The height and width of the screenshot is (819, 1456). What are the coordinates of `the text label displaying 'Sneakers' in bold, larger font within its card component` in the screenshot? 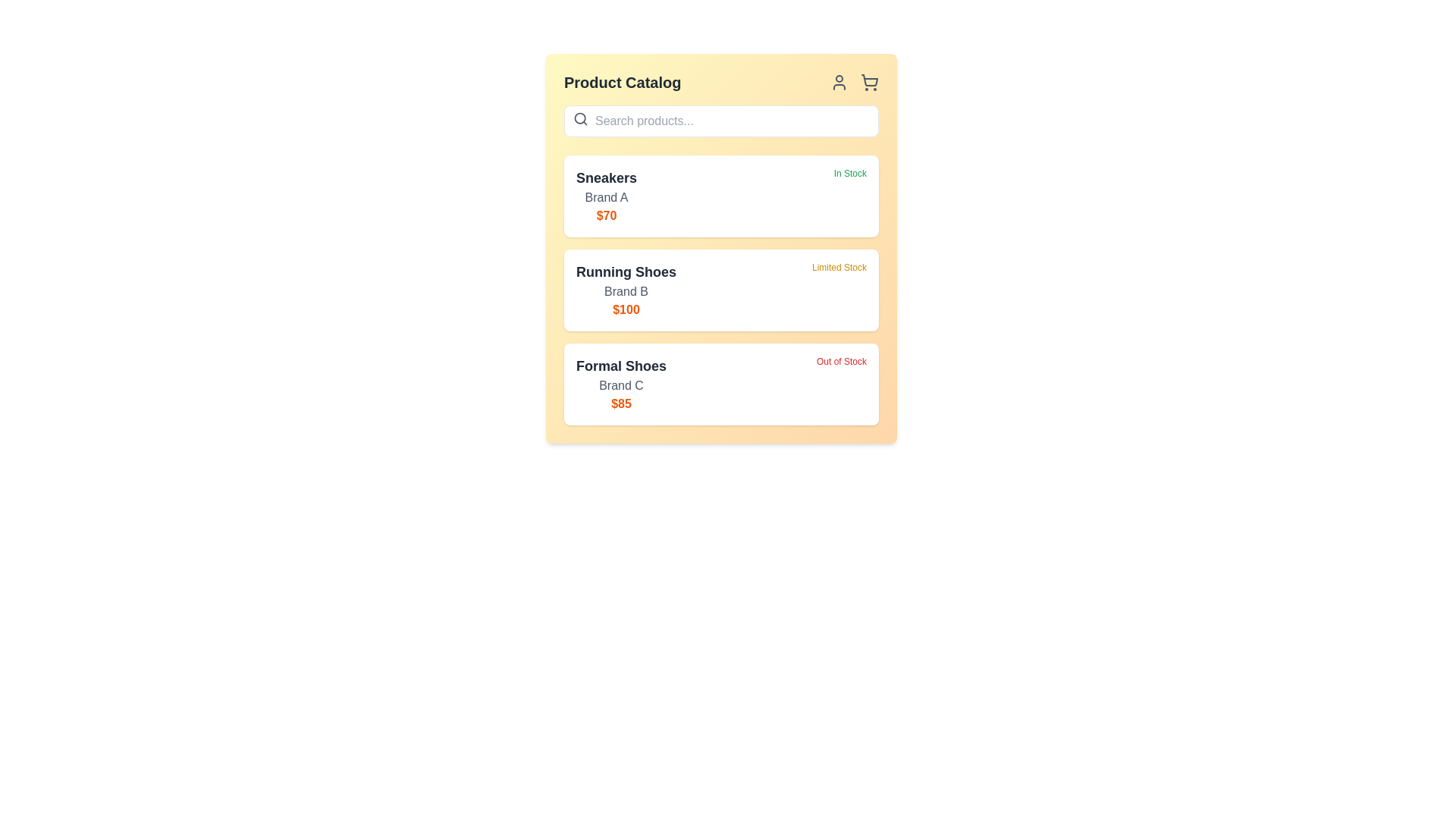 It's located at (607, 177).